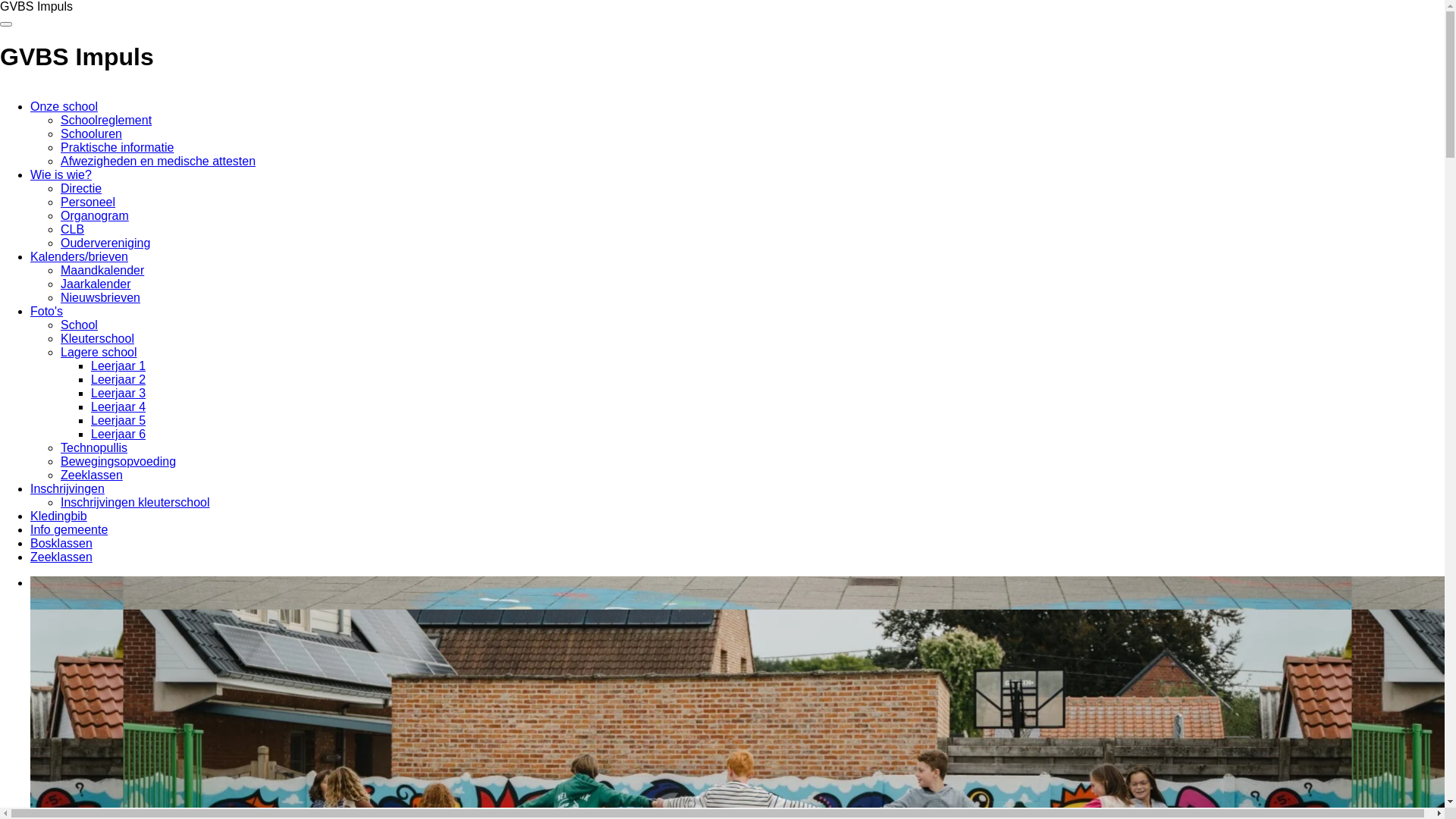 Image resolution: width=1456 pixels, height=819 pixels. Describe the element at coordinates (96, 337) in the screenshot. I see `'Kleuterschool'` at that location.